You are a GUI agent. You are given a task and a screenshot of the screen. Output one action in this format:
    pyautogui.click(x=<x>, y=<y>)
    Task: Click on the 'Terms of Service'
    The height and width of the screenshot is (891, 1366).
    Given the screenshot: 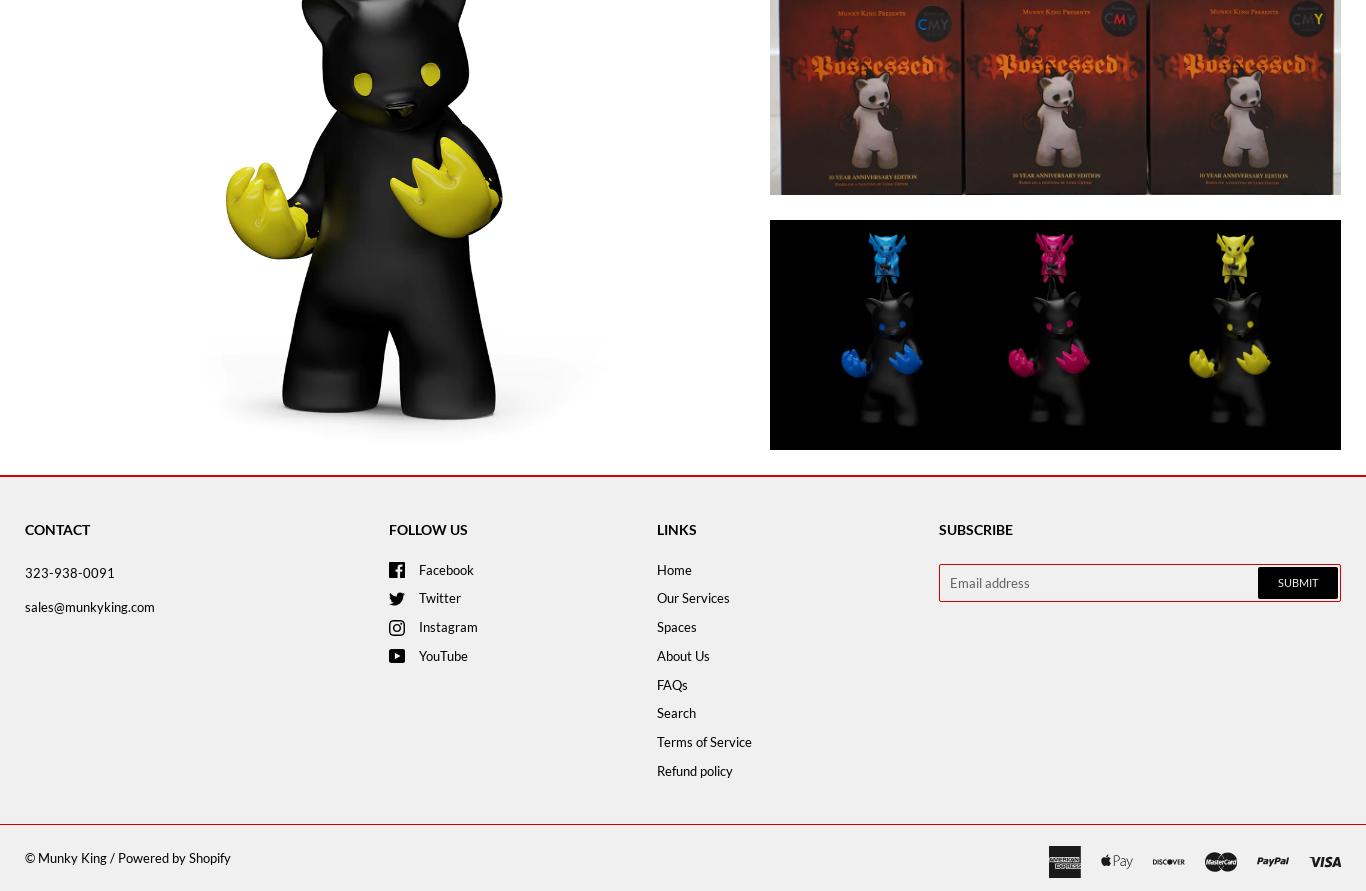 What is the action you would take?
    pyautogui.click(x=704, y=742)
    